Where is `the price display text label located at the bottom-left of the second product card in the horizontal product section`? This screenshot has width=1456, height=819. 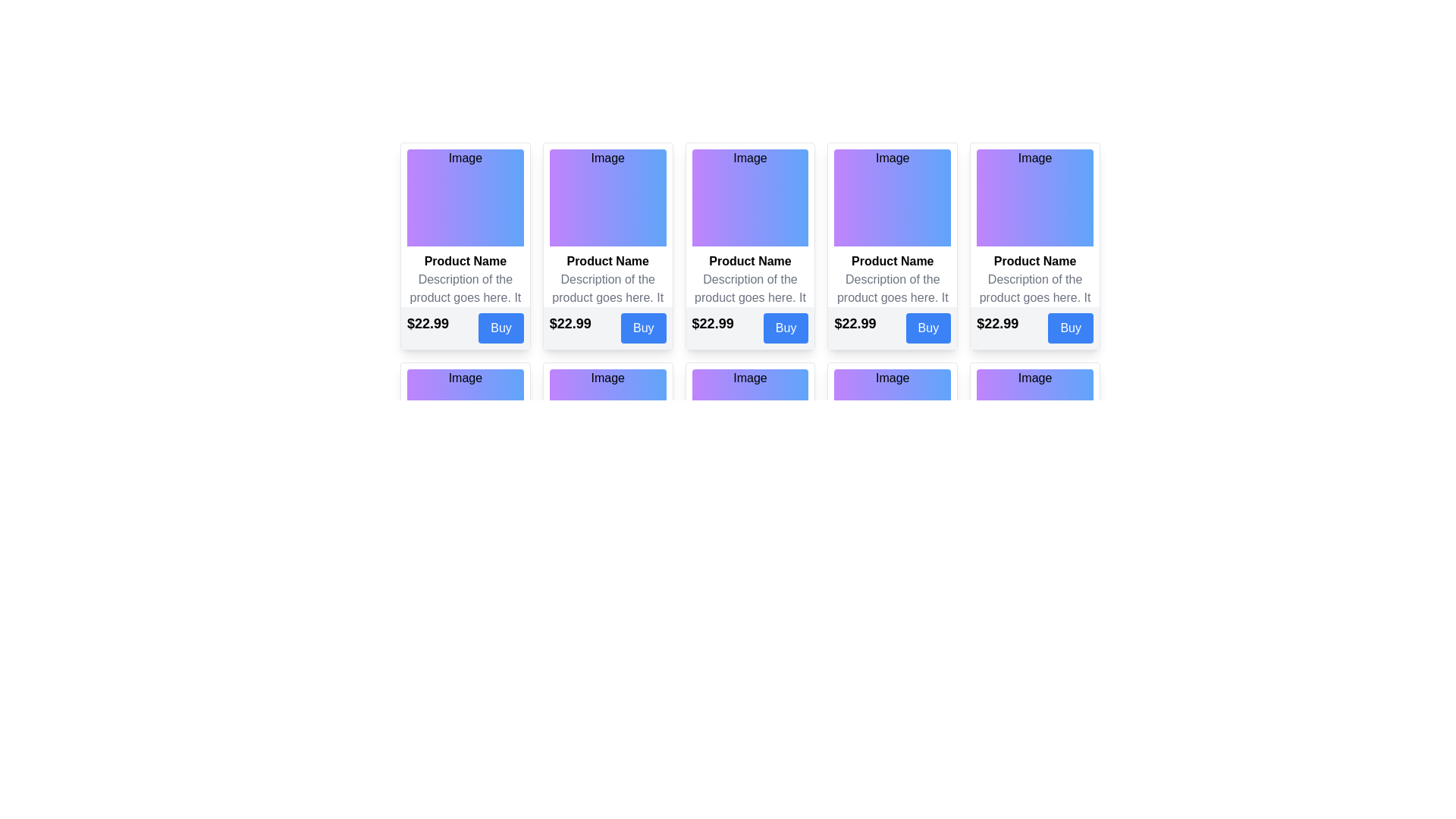 the price display text label located at the bottom-left of the second product card in the horizontal product section is located at coordinates (570, 327).